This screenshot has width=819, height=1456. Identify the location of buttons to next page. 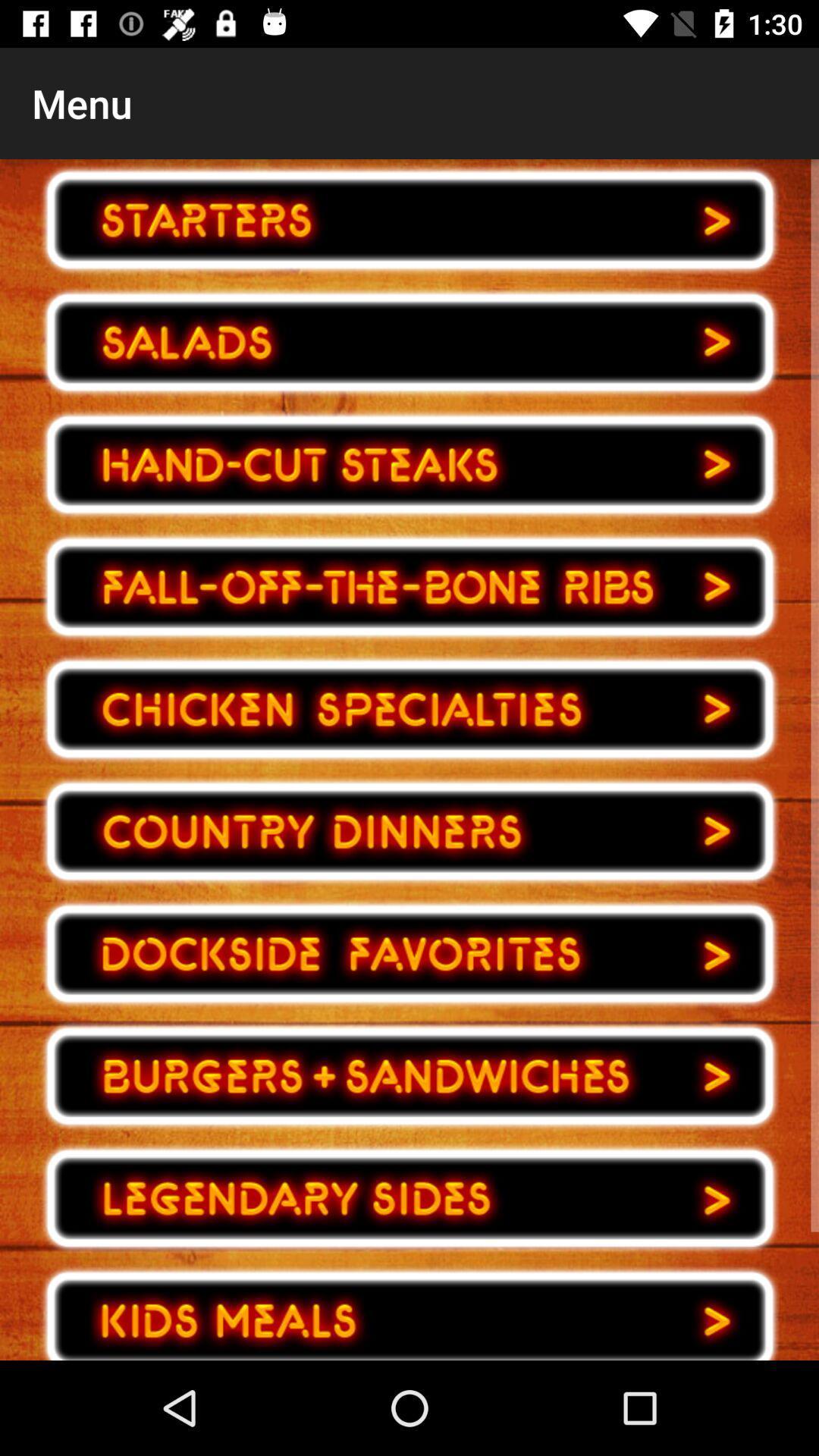
(409, 953).